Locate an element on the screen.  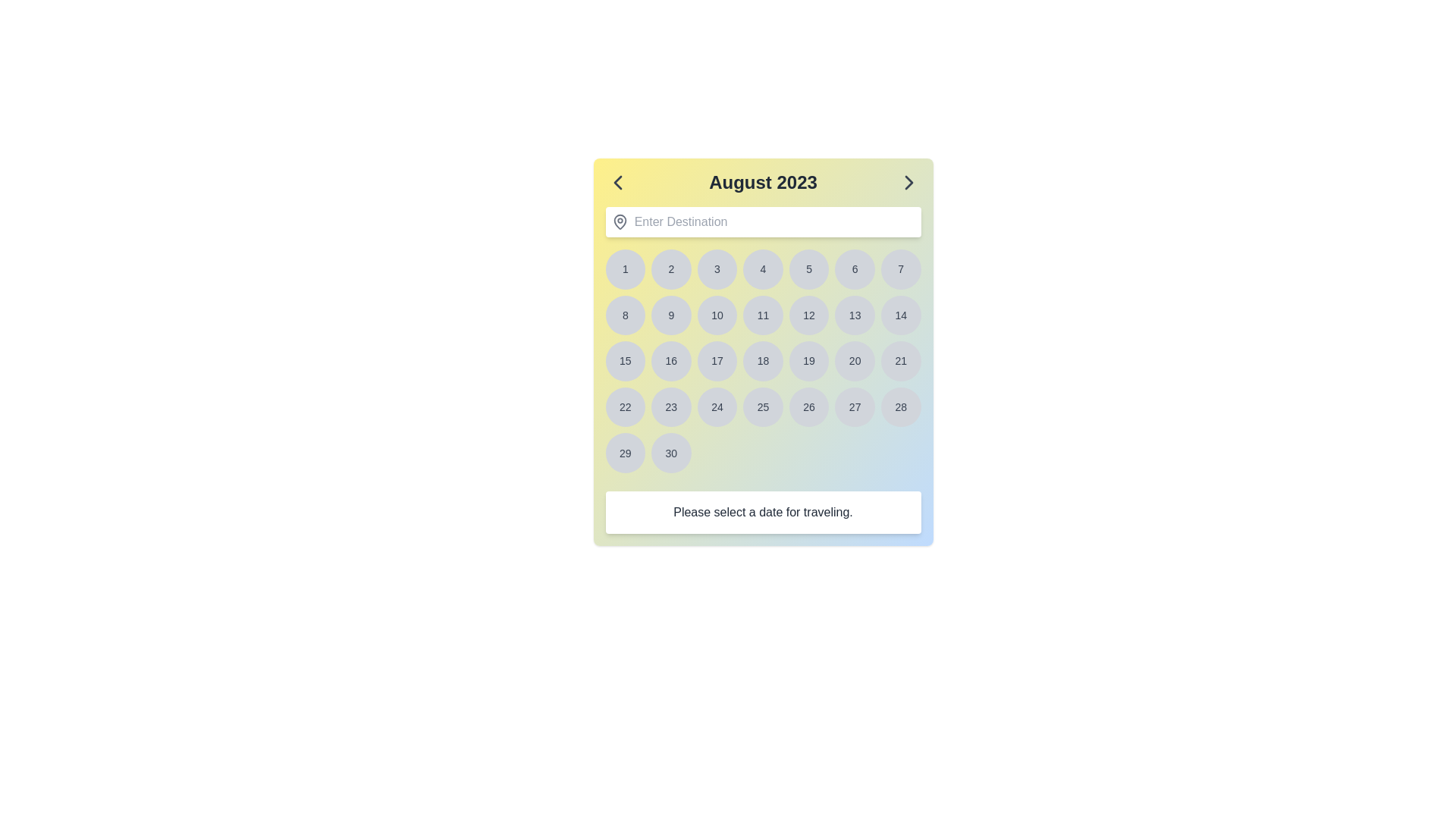
the circular button with a gray background displaying the number '8' in a calendar interface is located at coordinates (625, 314).